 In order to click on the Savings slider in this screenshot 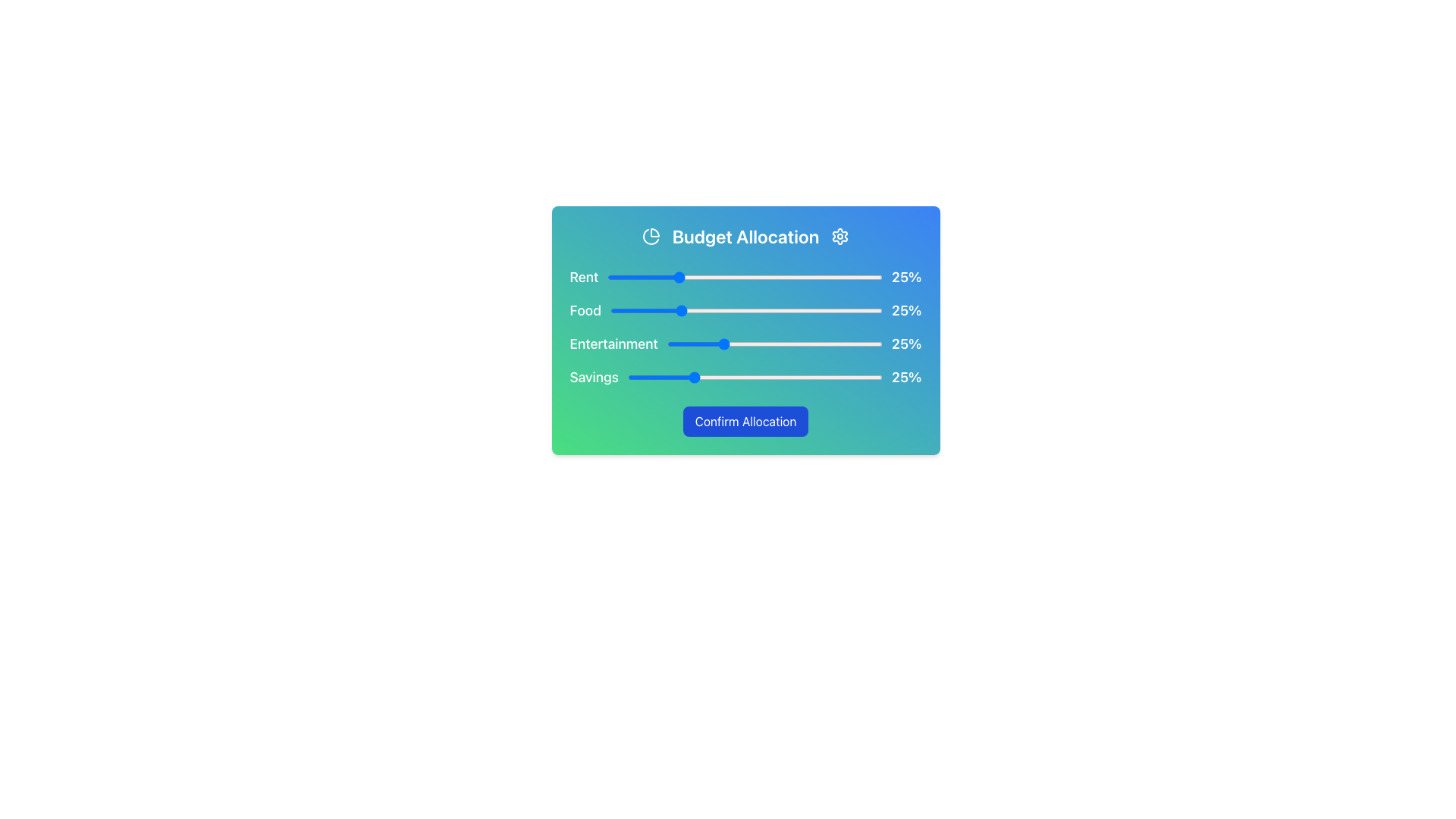, I will do `click(846, 376)`.